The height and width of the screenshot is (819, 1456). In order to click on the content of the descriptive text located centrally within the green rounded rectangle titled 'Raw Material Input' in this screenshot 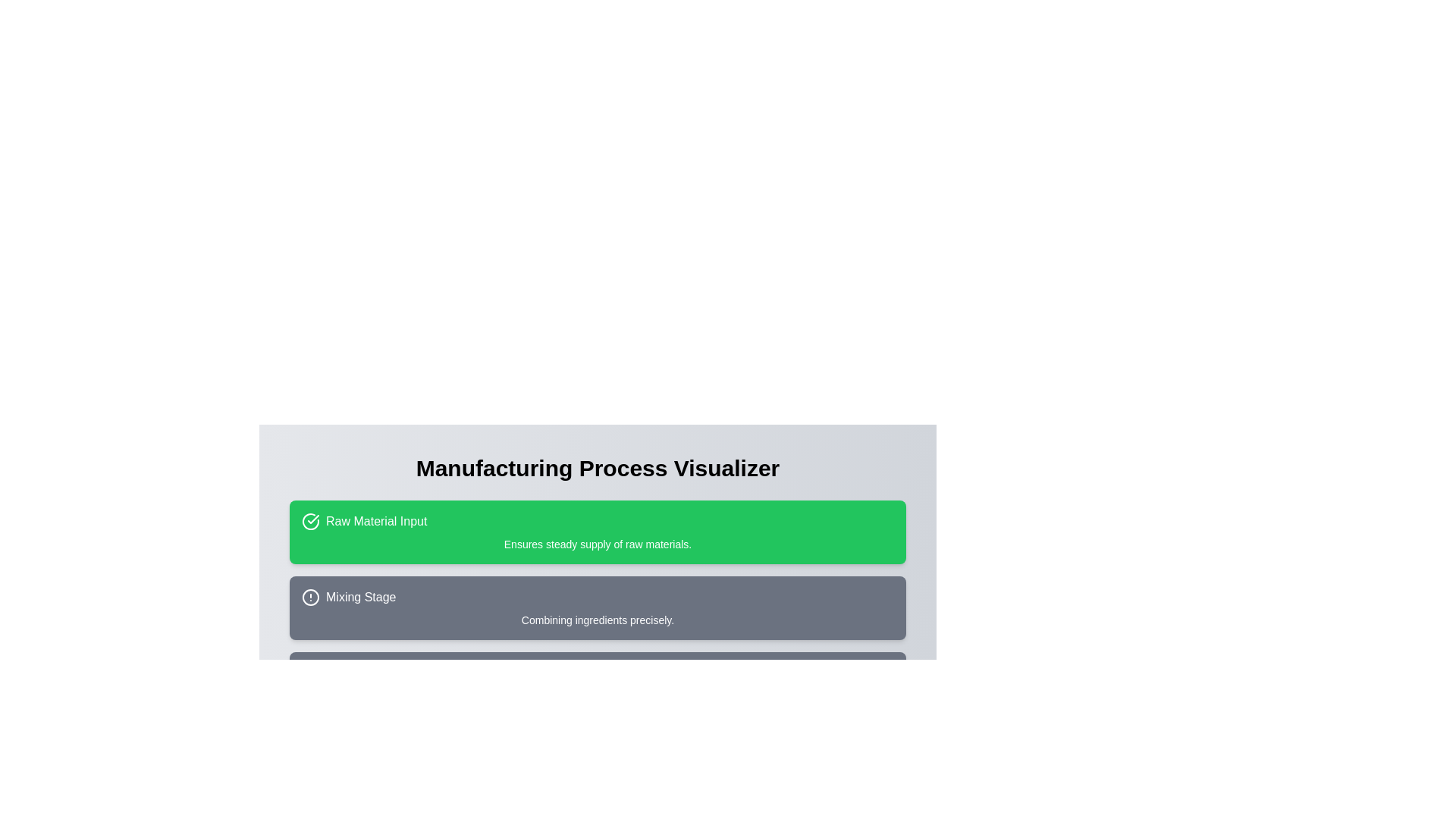, I will do `click(597, 543)`.